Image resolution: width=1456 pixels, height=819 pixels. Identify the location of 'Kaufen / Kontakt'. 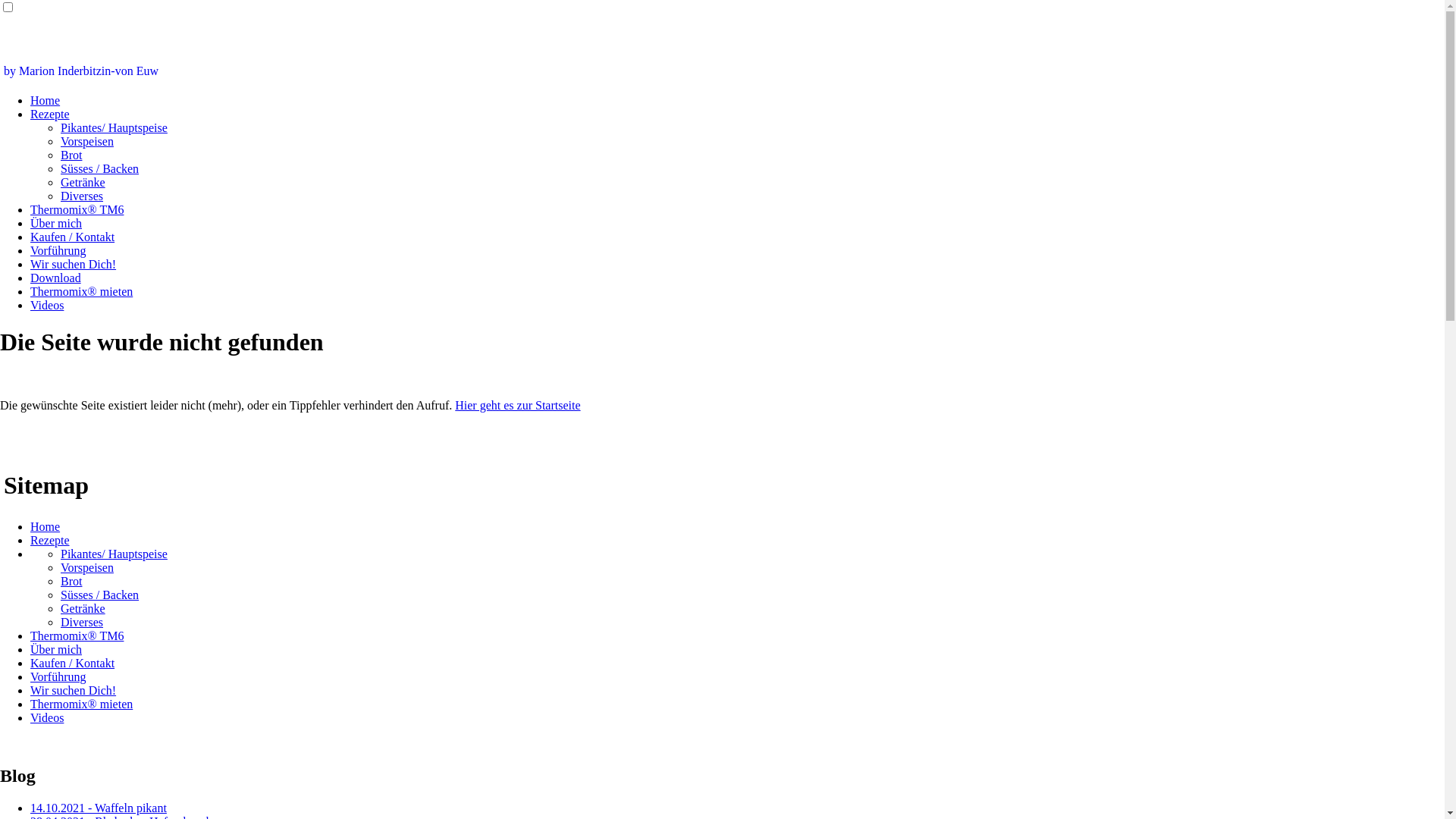
(71, 662).